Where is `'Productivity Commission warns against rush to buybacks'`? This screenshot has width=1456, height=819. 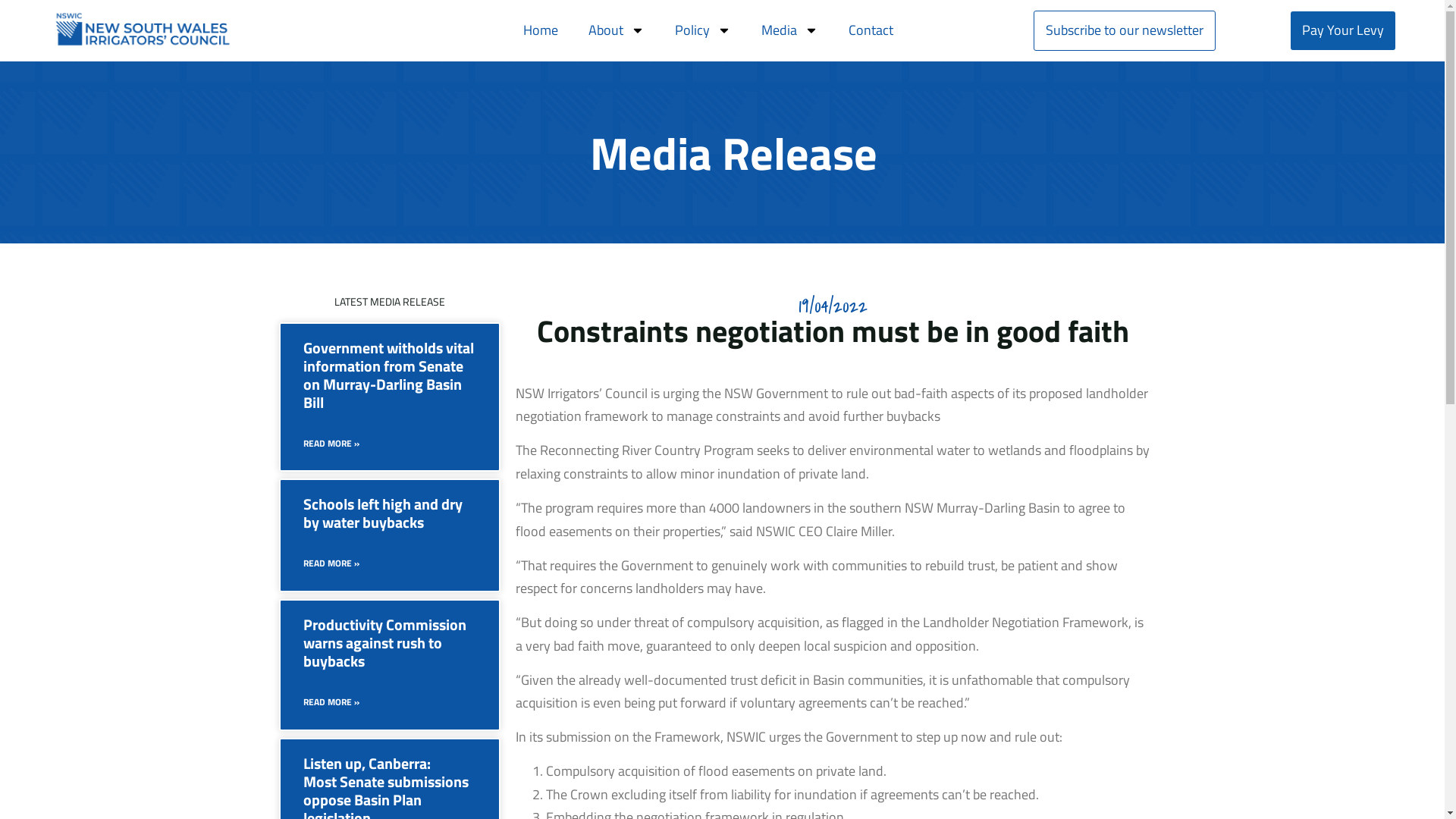
'Productivity Commission warns against rush to buybacks' is located at coordinates (384, 642).